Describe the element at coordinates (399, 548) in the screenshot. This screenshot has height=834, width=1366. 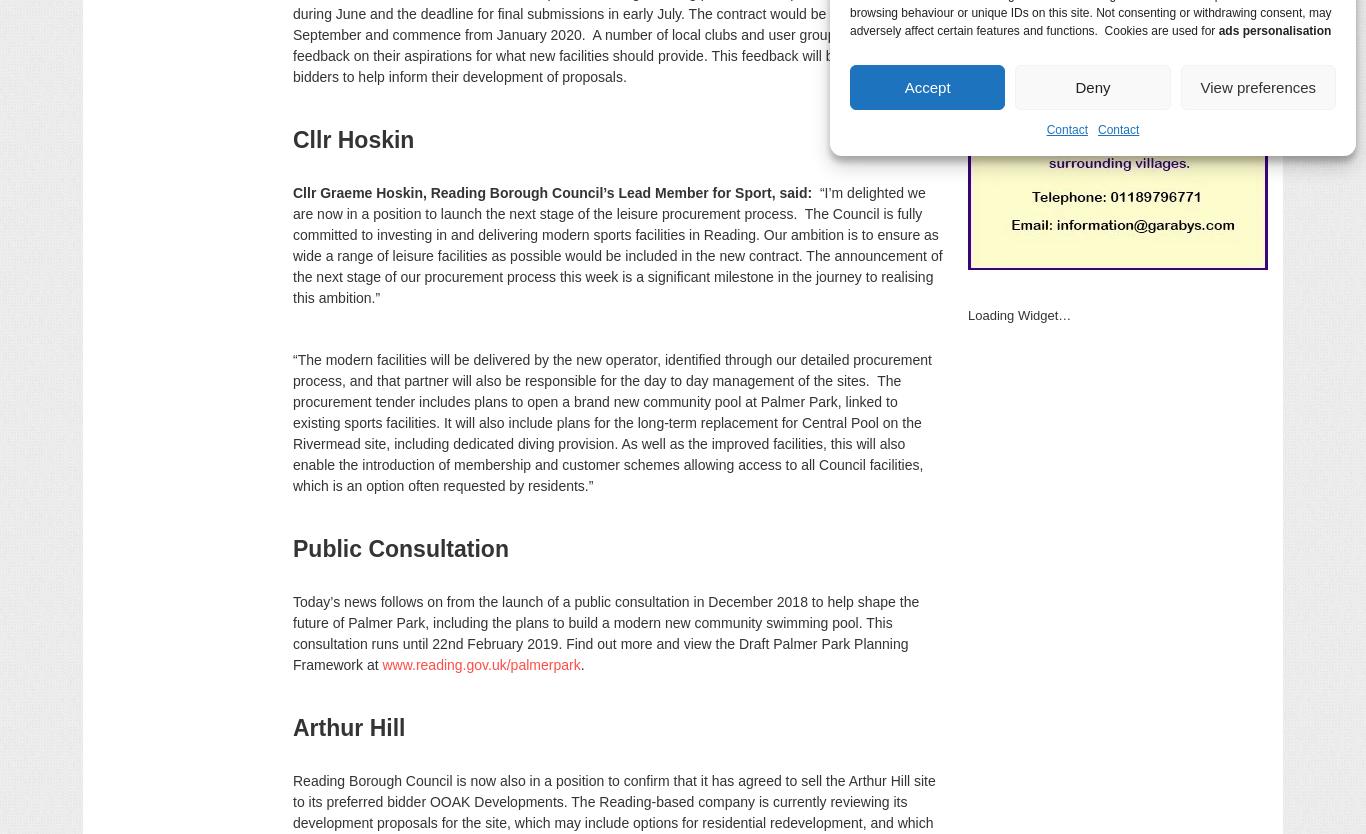
I see `'Public Consultation'` at that location.